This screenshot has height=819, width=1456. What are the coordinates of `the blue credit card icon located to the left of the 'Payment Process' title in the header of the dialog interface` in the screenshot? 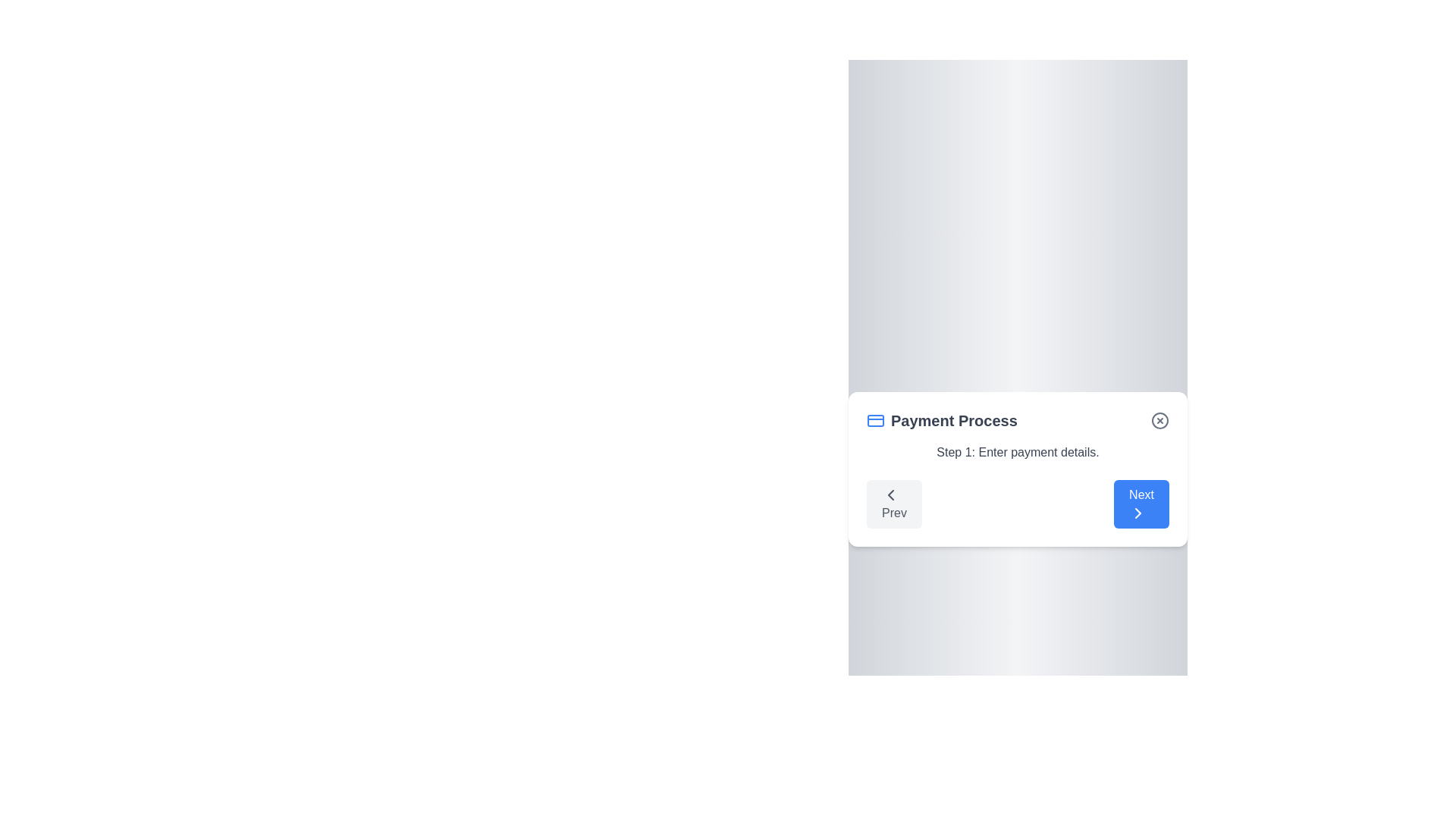 It's located at (876, 421).